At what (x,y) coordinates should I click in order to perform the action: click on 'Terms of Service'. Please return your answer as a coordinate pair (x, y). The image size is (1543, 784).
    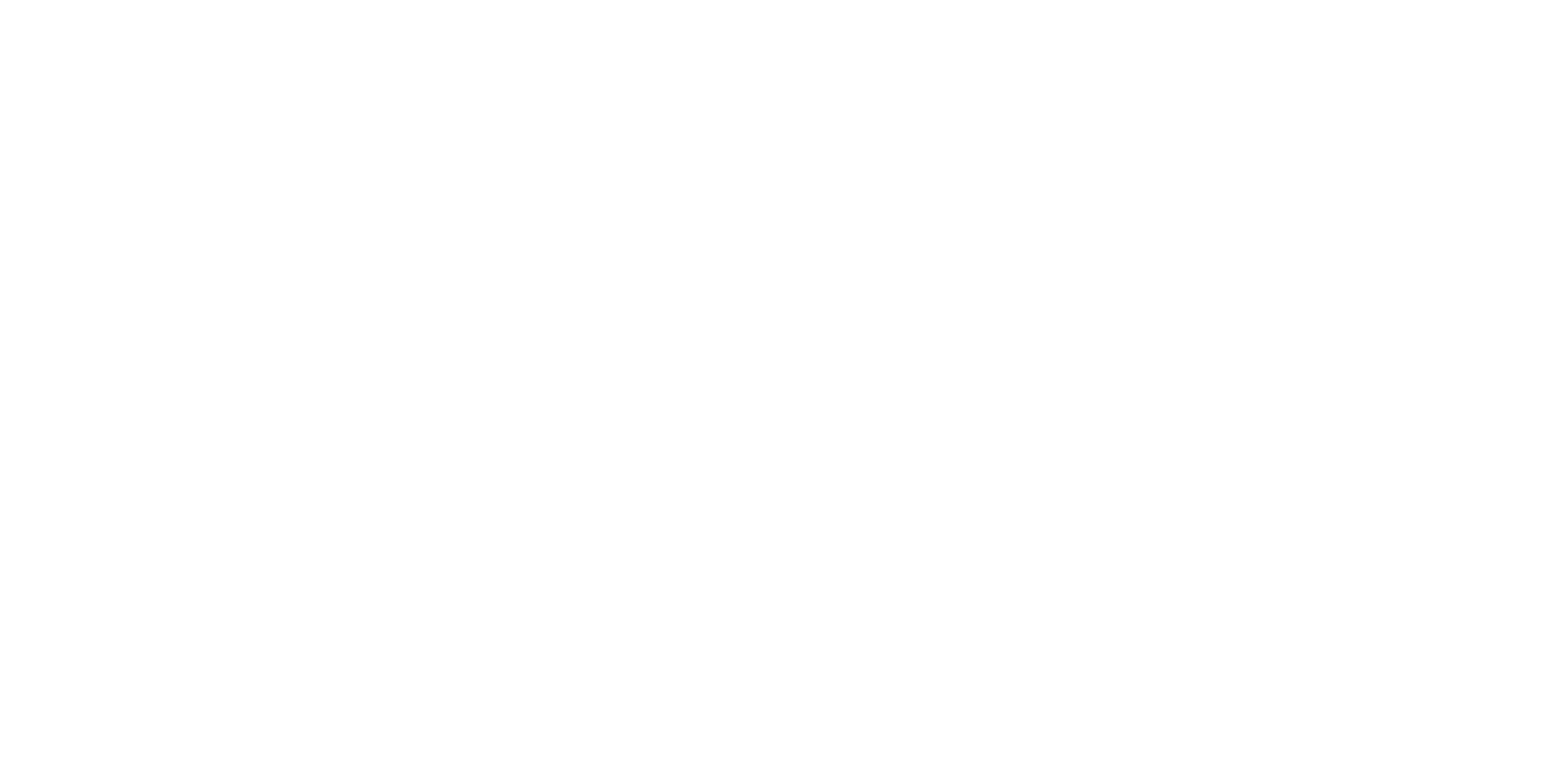
    Looking at the image, I should click on (408, 565).